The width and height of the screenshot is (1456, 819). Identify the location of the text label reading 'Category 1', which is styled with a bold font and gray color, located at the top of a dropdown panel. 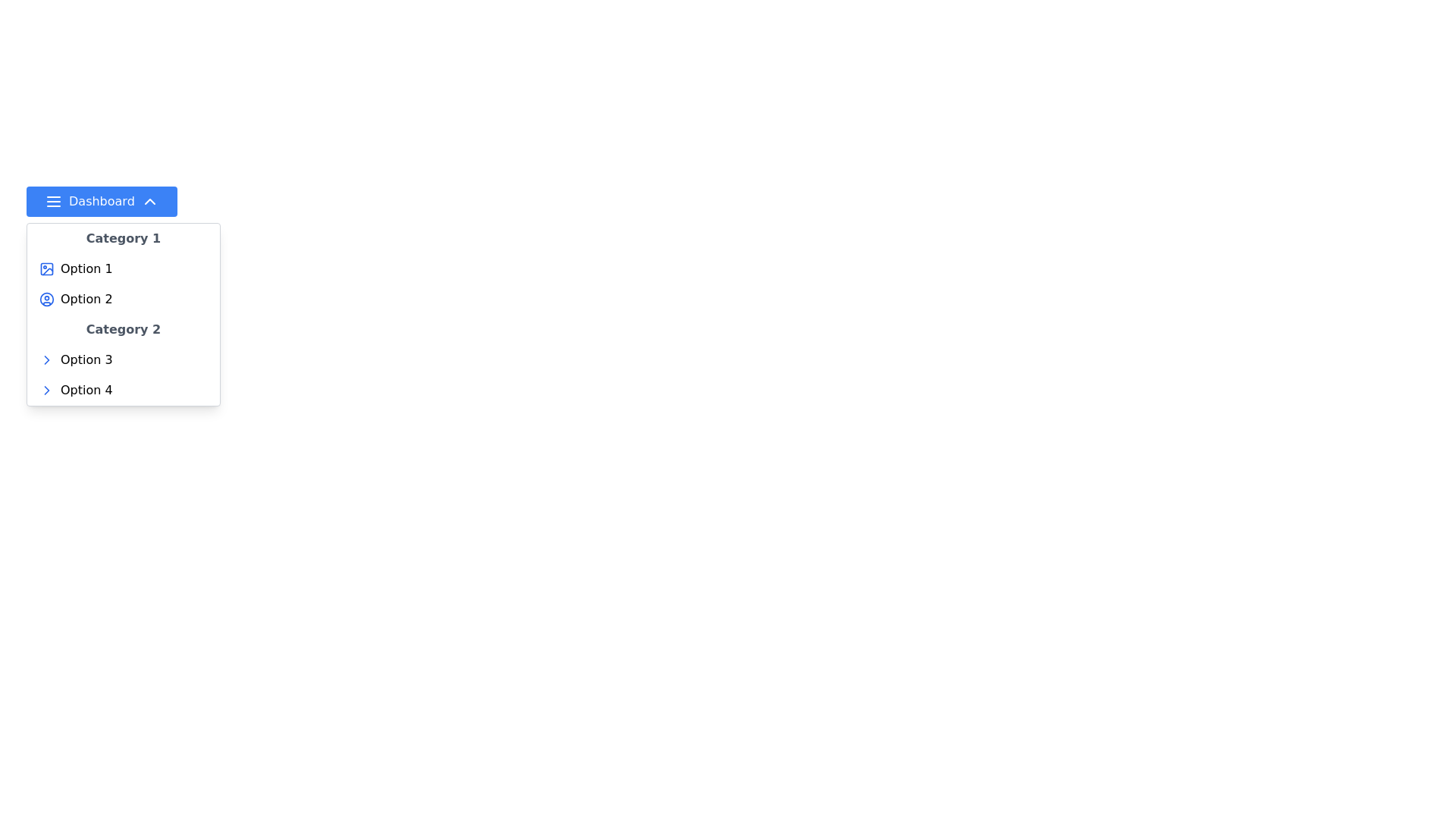
(124, 239).